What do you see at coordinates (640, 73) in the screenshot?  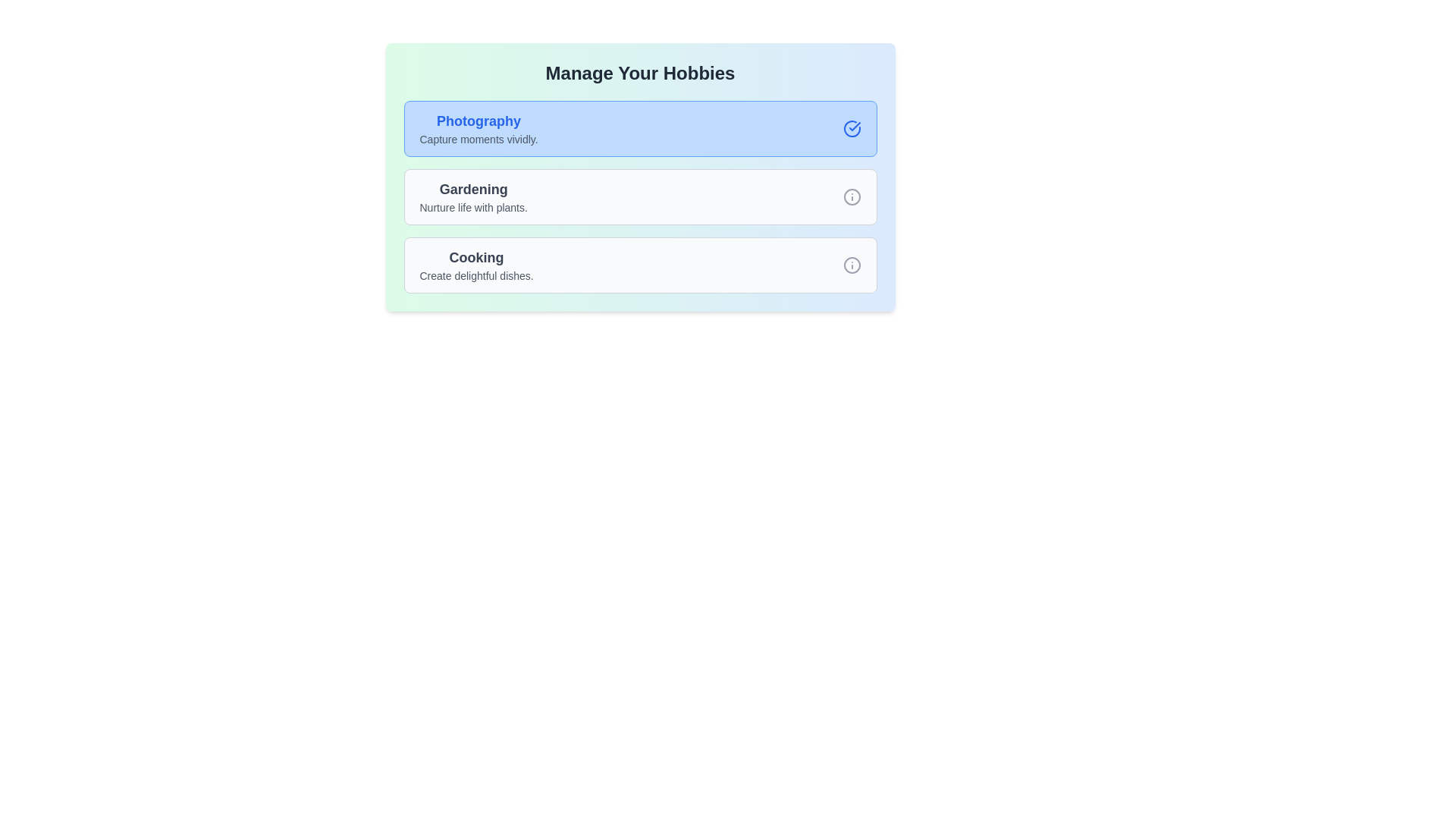 I see `the title and description text elements to visually inspect their content` at bounding box center [640, 73].